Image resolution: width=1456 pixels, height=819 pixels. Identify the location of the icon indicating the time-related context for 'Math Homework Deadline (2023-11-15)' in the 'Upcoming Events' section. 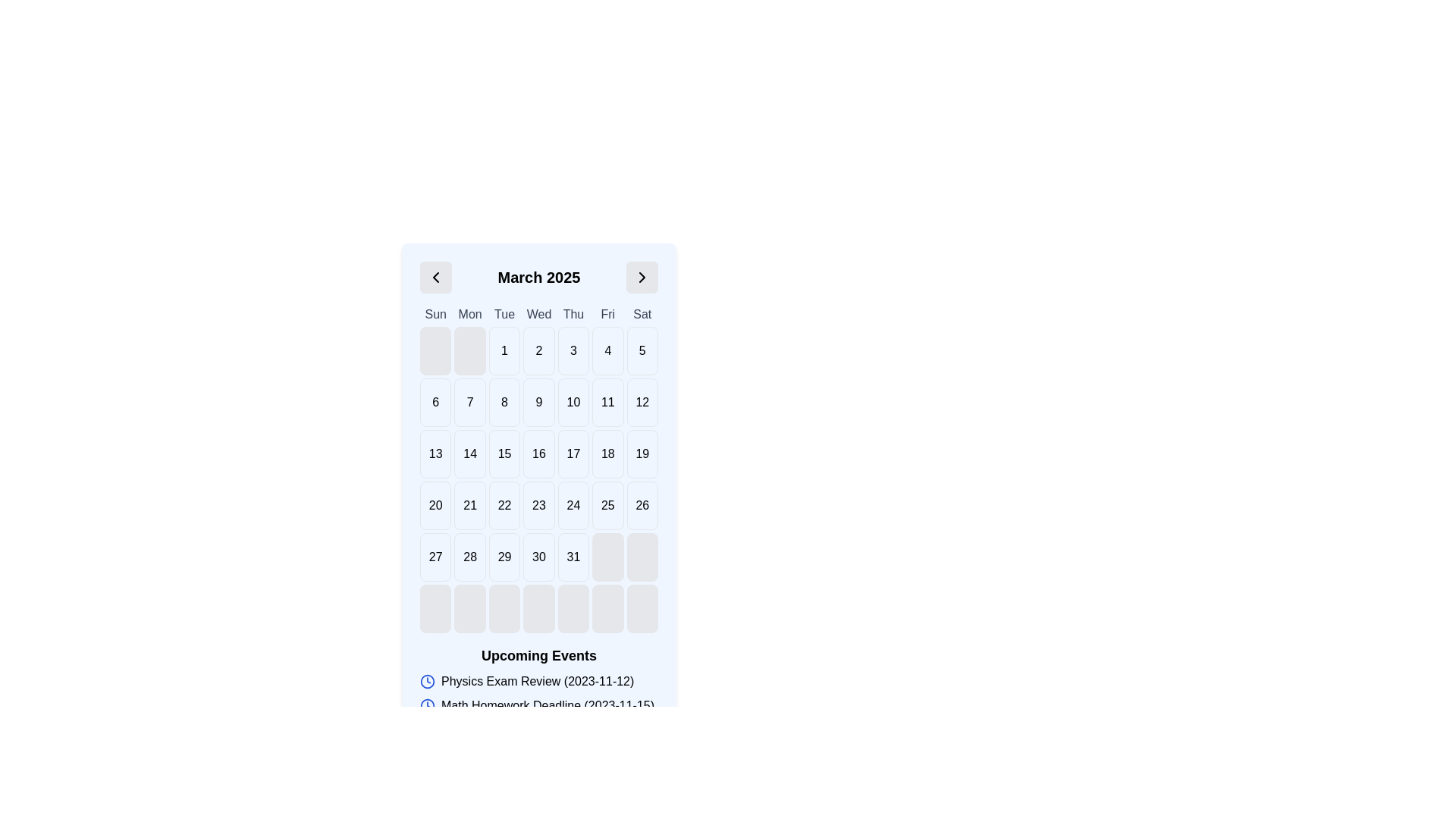
(427, 705).